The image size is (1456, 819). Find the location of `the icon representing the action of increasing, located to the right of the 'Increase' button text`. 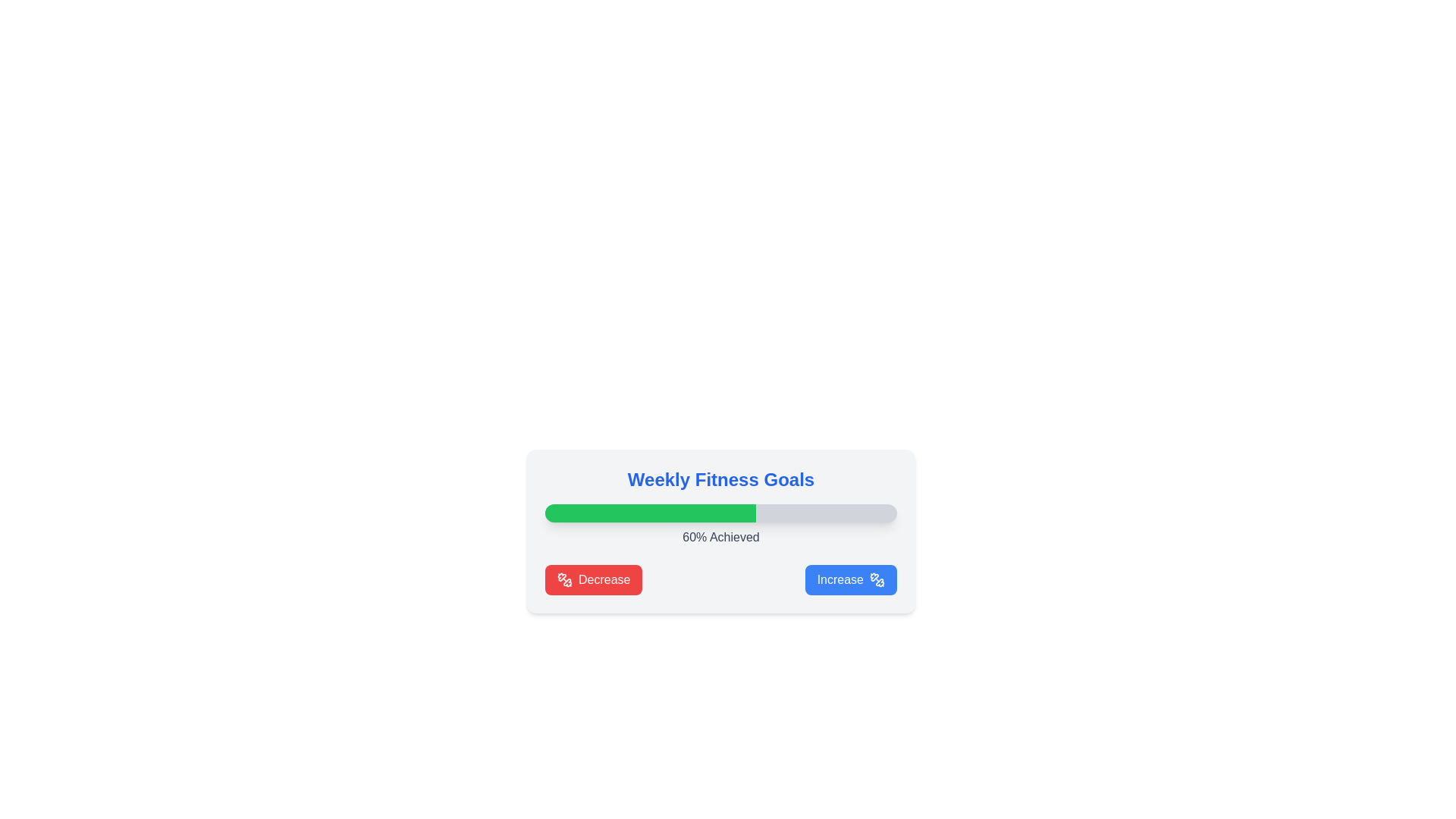

the icon representing the action of increasing, located to the right of the 'Increase' button text is located at coordinates (877, 579).